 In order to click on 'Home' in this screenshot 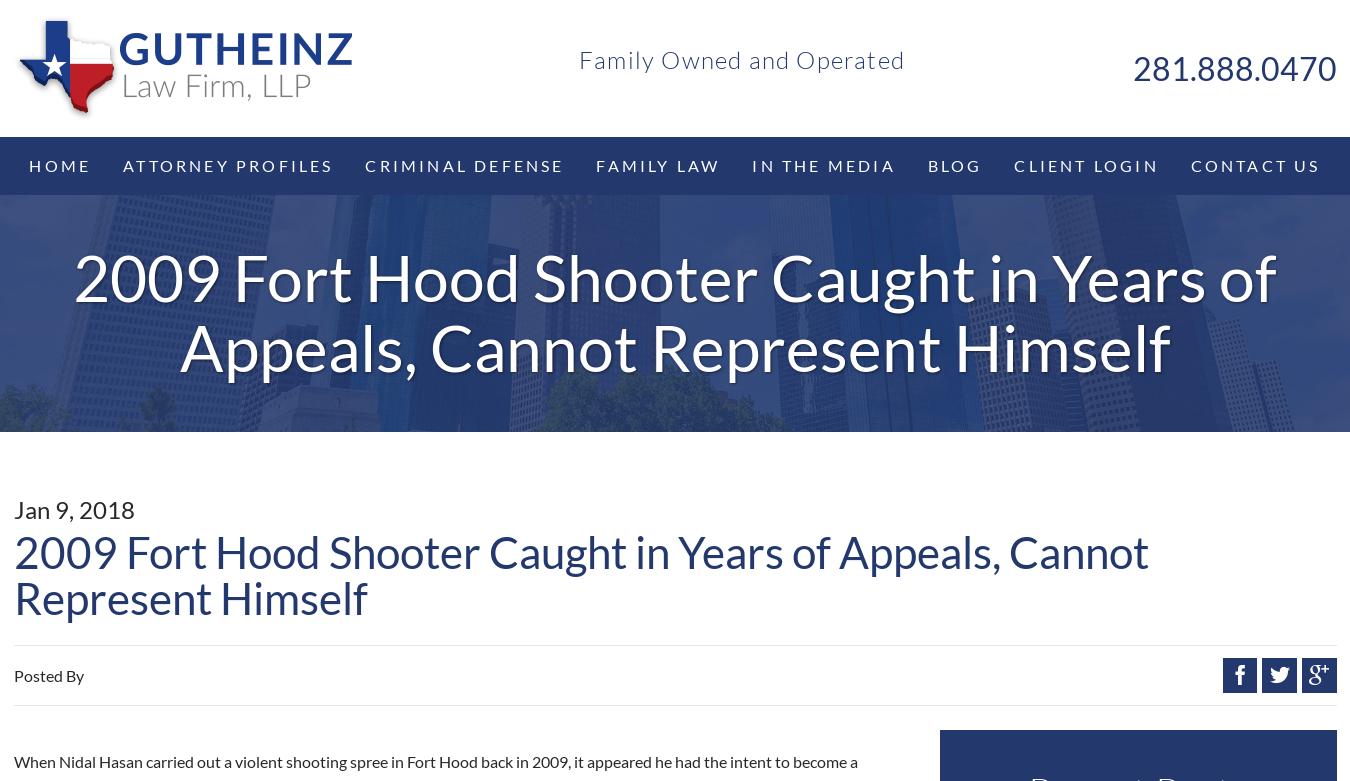, I will do `click(58, 163)`.